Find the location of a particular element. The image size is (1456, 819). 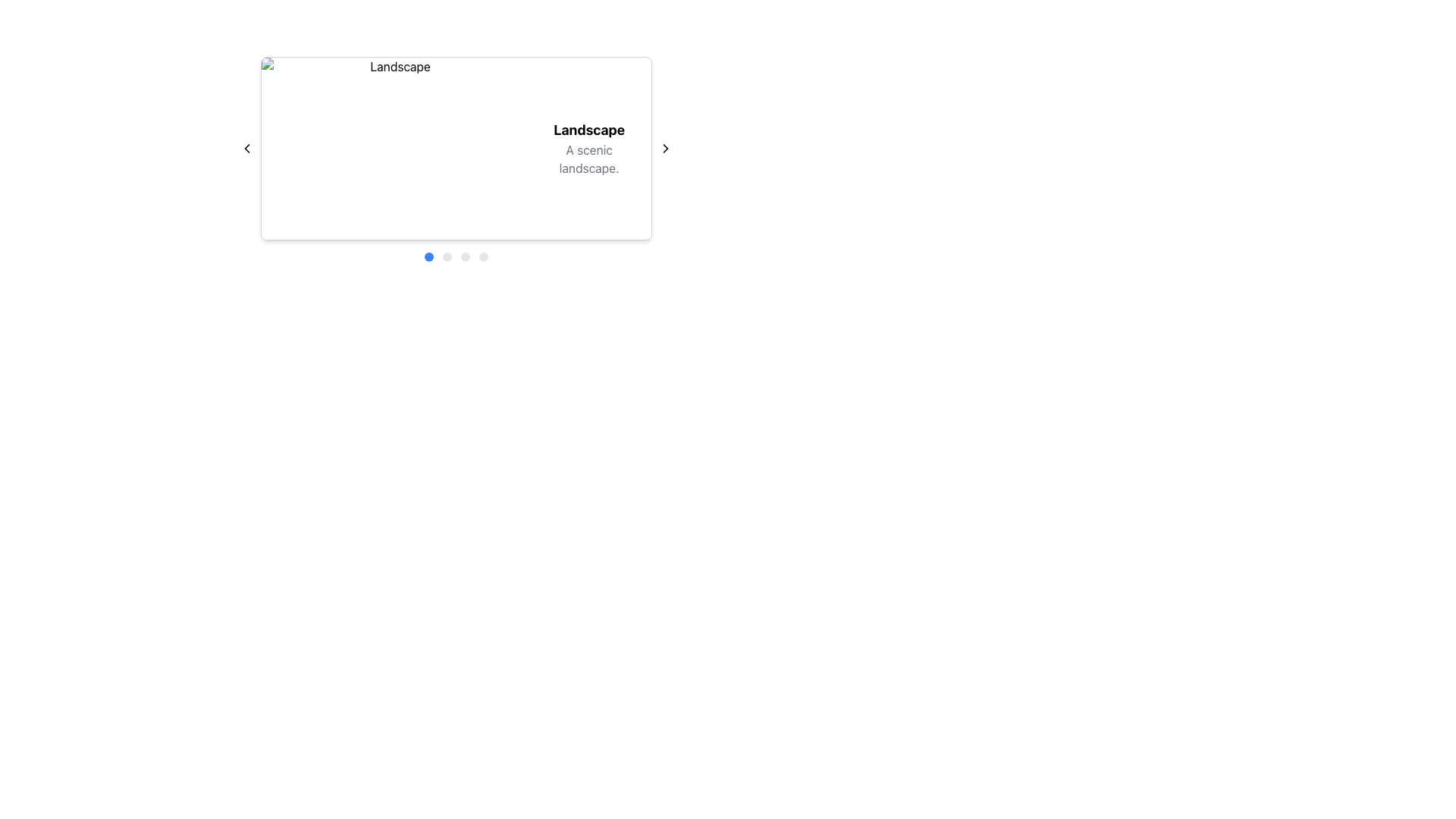

the chevron-right icon (class `lucide lucide-chevron-right`) is located at coordinates (666, 149).